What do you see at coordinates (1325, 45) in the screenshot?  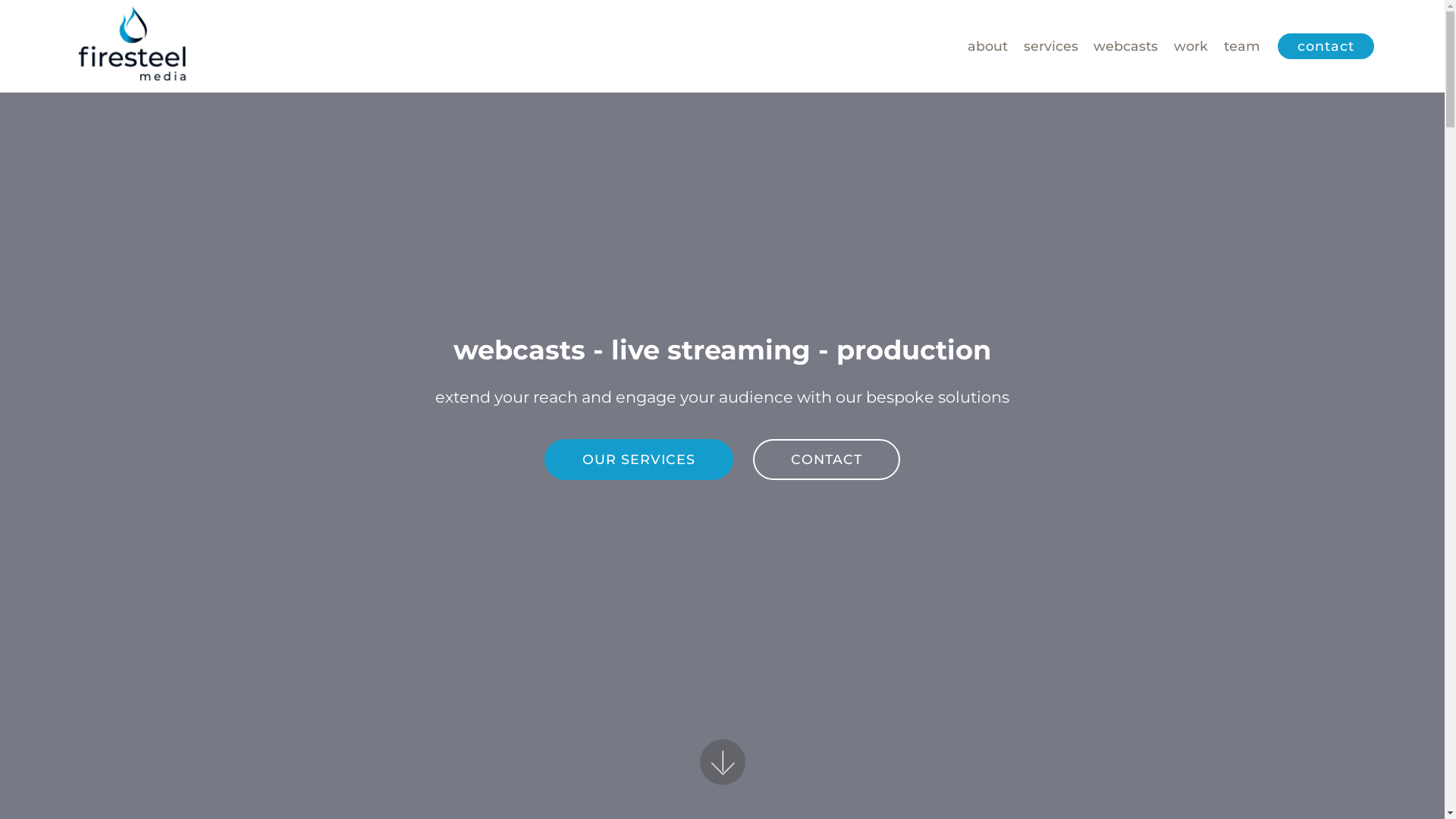 I see `'contact'` at bounding box center [1325, 45].